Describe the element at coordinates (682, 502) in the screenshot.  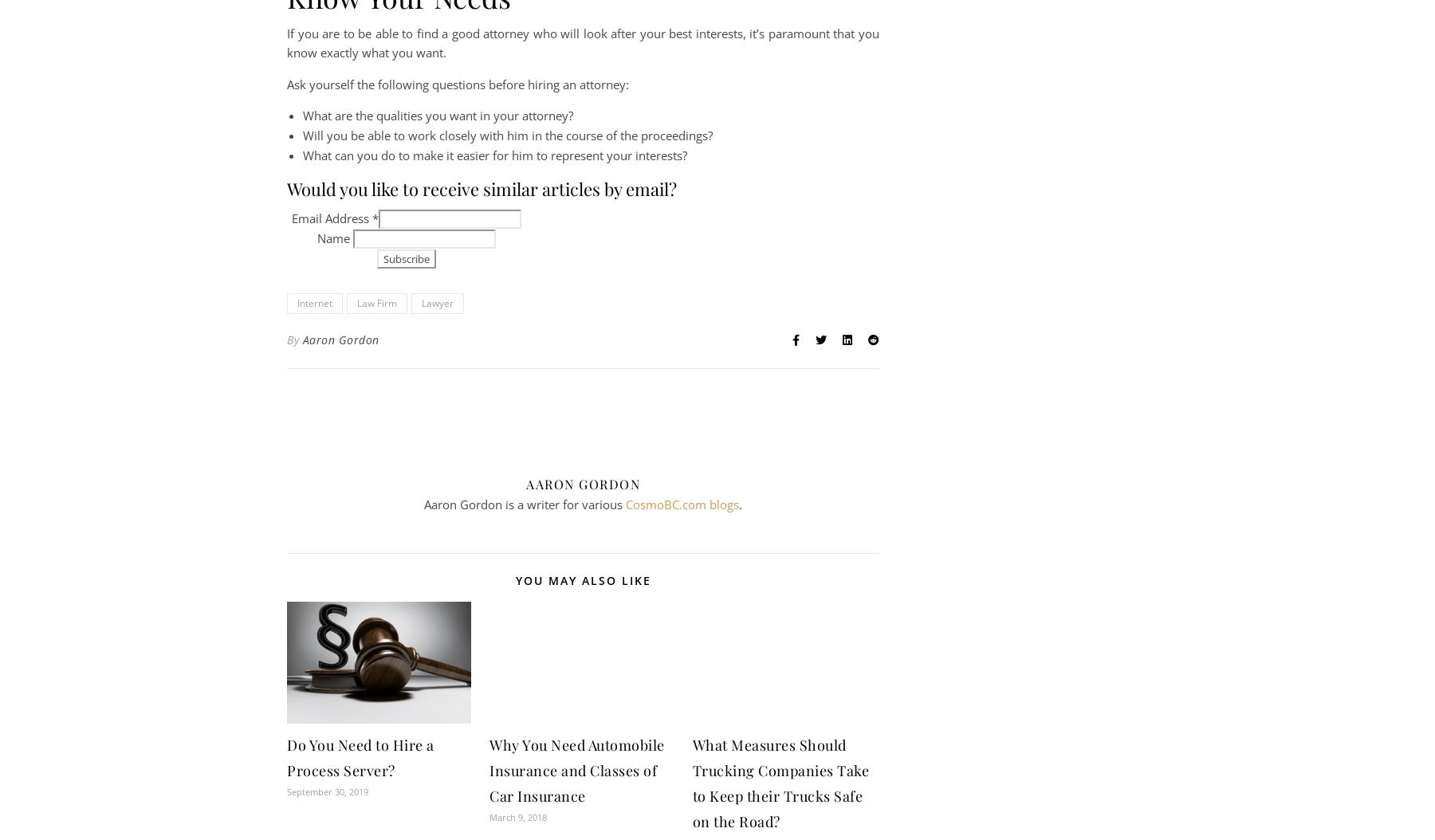
I see `'CosmoBC.com blogs'` at that location.